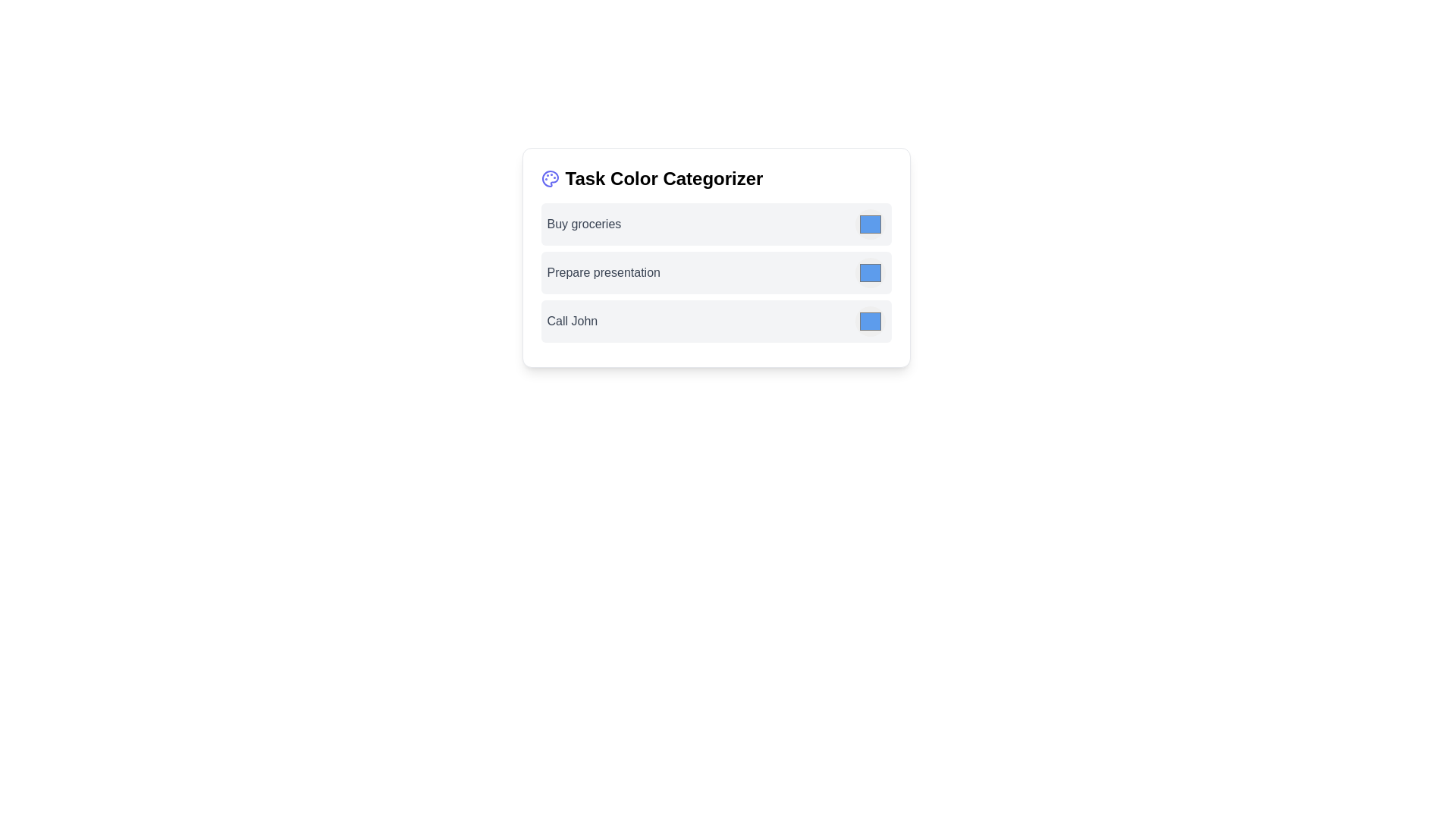 The height and width of the screenshot is (819, 1456). Describe the element at coordinates (603, 271) in the screenshot. I see `the text label reading 'Prepare presentation' which is styled with medium-weight font and grayish color, positioned in the second row of the task list` at that location.